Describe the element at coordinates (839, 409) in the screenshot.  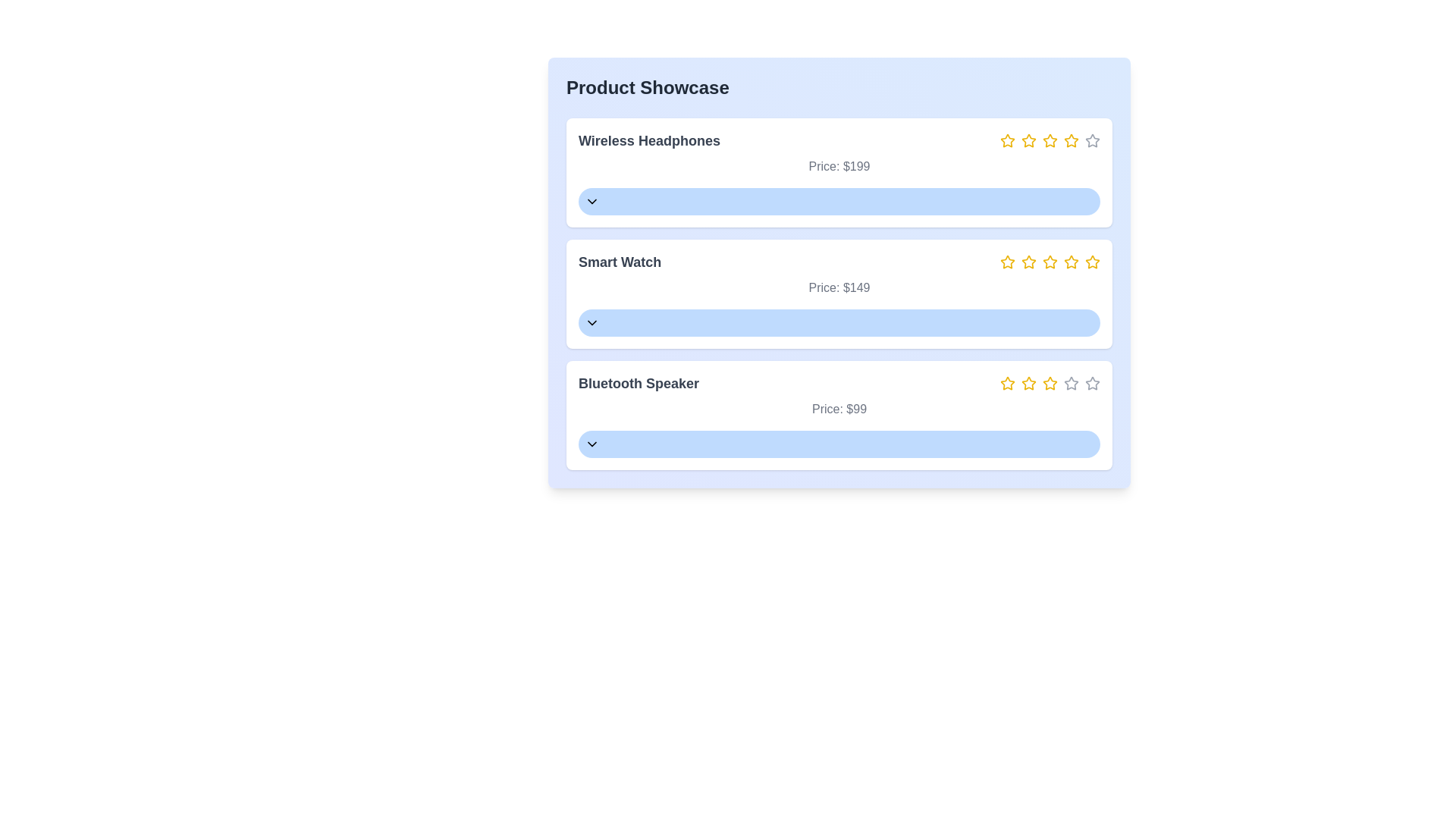
I see `the text label displaying 'Price: $99', which is styled in gray and positioned below the product name 'Bluetooth Speaker'` at that location.